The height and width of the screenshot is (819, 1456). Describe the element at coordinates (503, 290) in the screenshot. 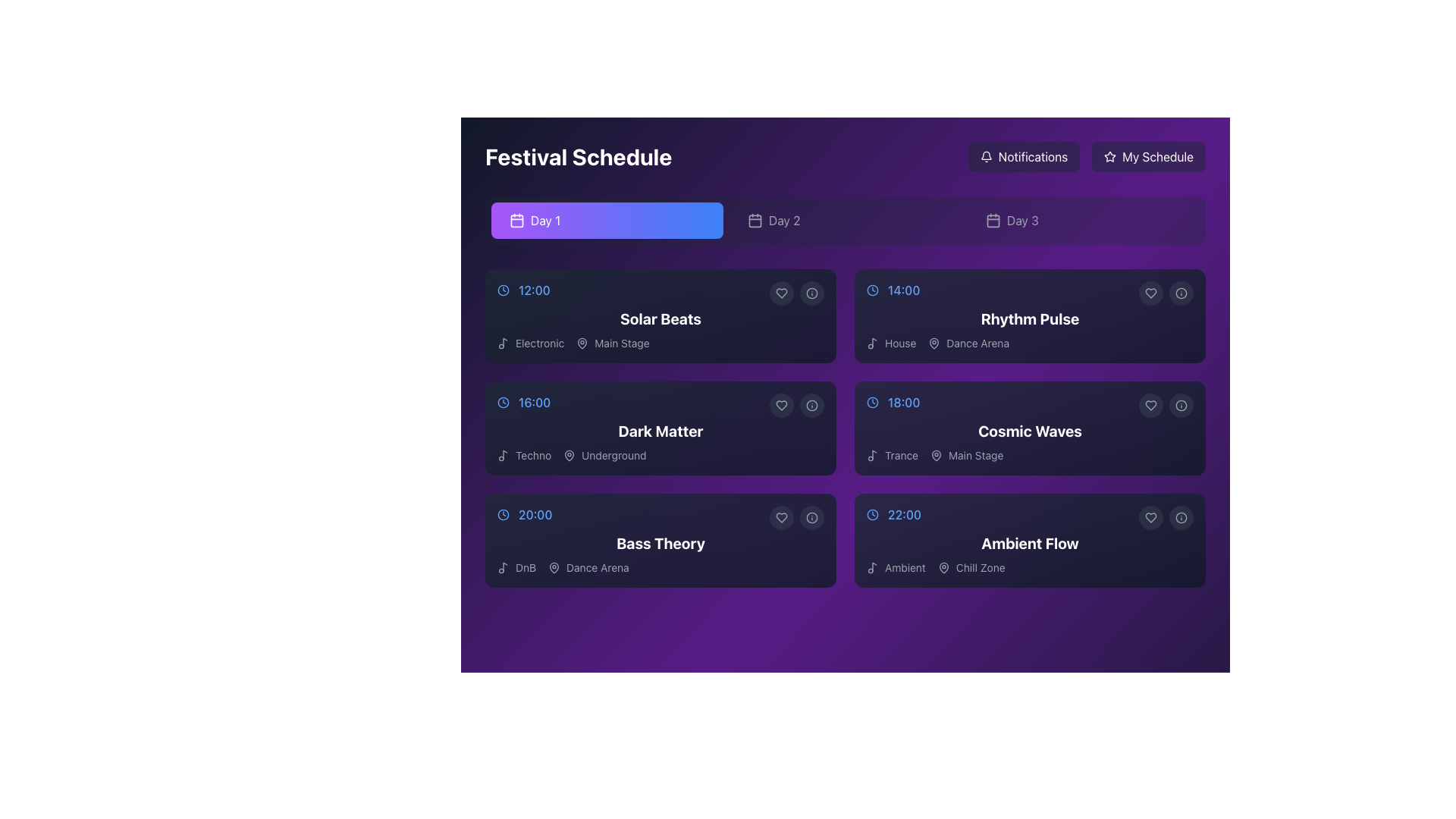

I see `the clock icon that visually represents the scheduled time for the event, located to the left of the time text '12:00' in the 'Solar Beats' list item` at that location.